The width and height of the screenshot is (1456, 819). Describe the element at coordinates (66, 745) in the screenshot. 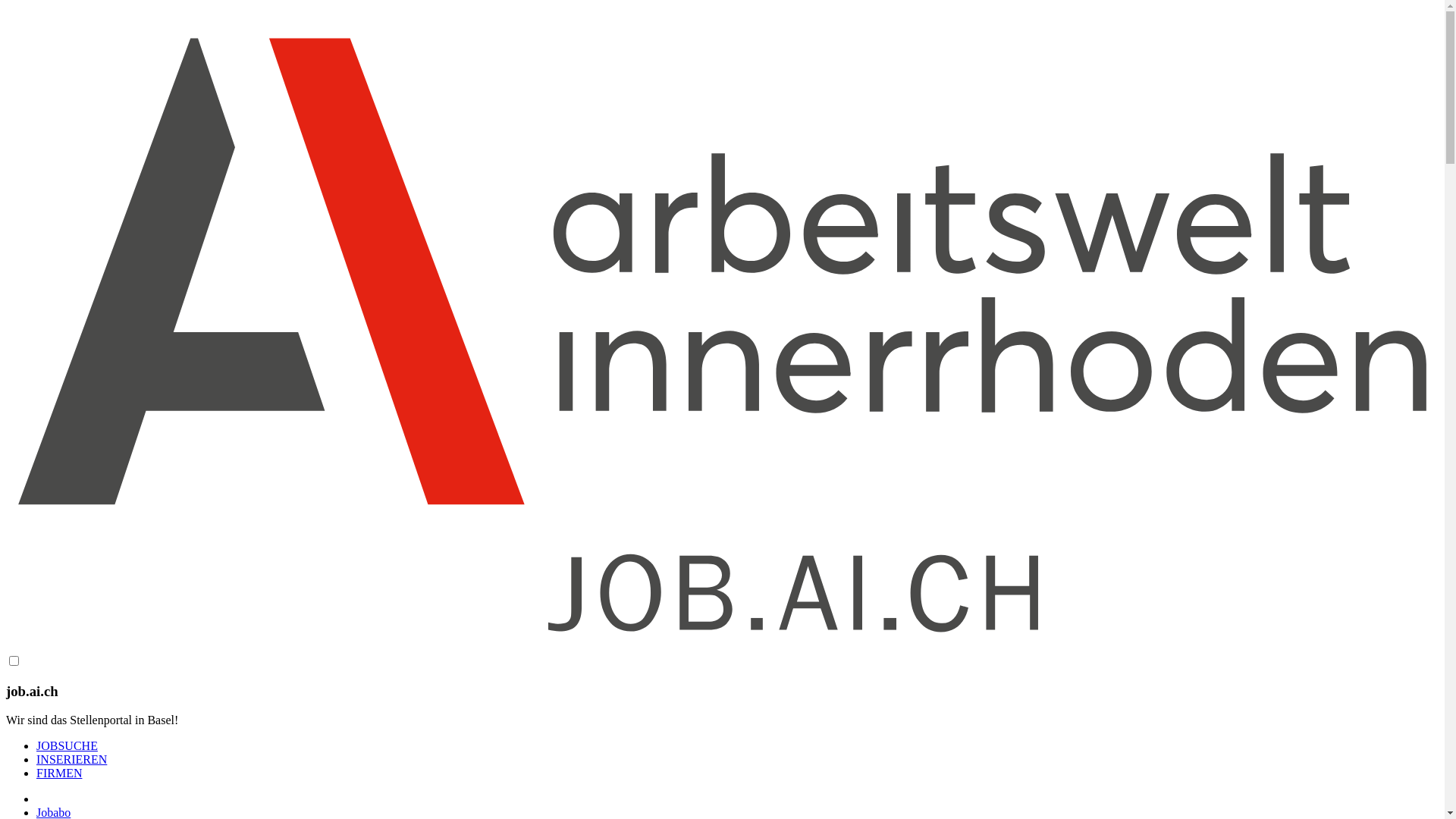

I see `'JOBSUCHE'` at that location.